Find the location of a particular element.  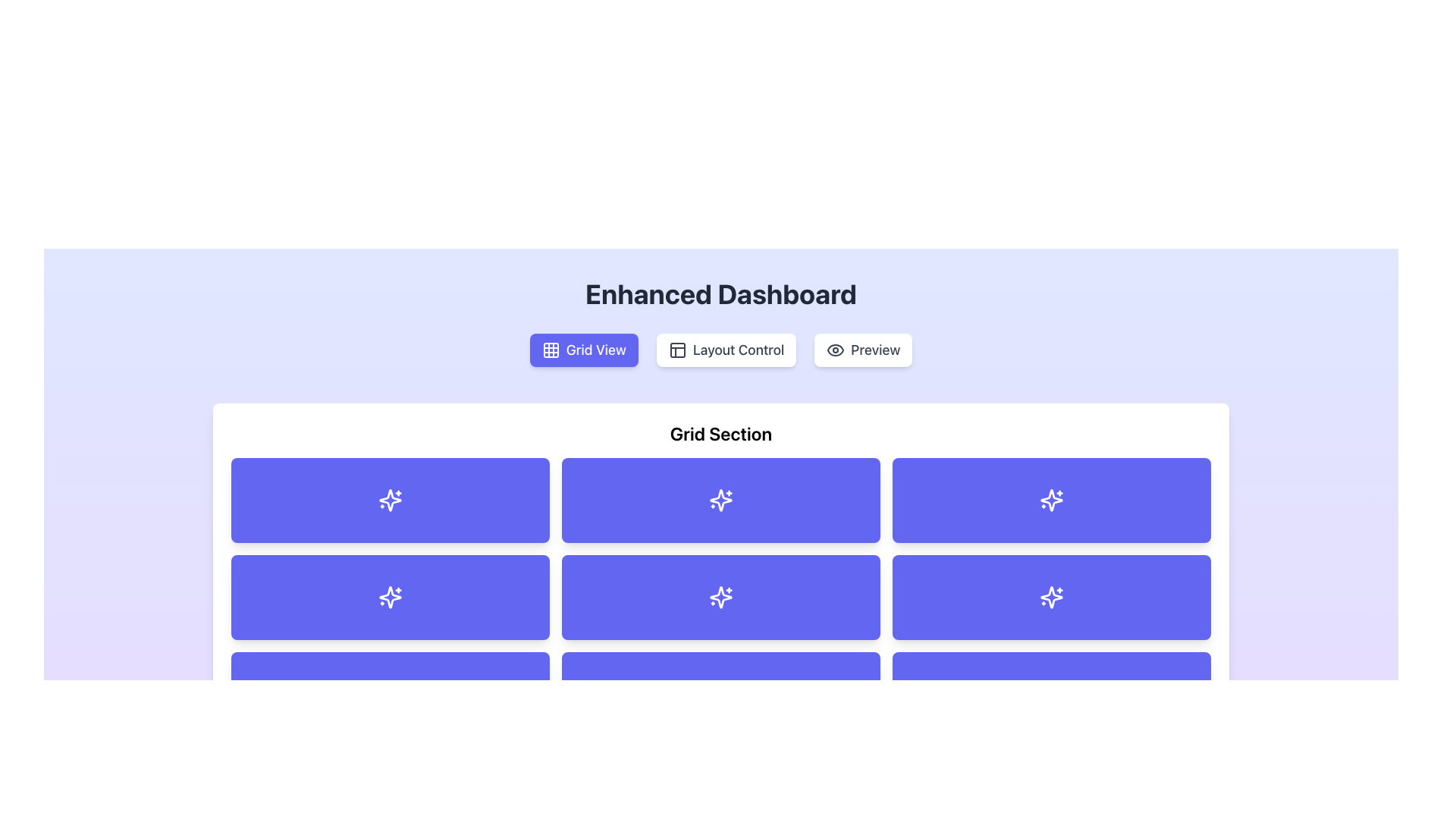

the middle button in the horizontal group of three buttons located at the top center of the interface beneath the heading 'Enhanced Dashboard' is located at coordinates (726, 350).